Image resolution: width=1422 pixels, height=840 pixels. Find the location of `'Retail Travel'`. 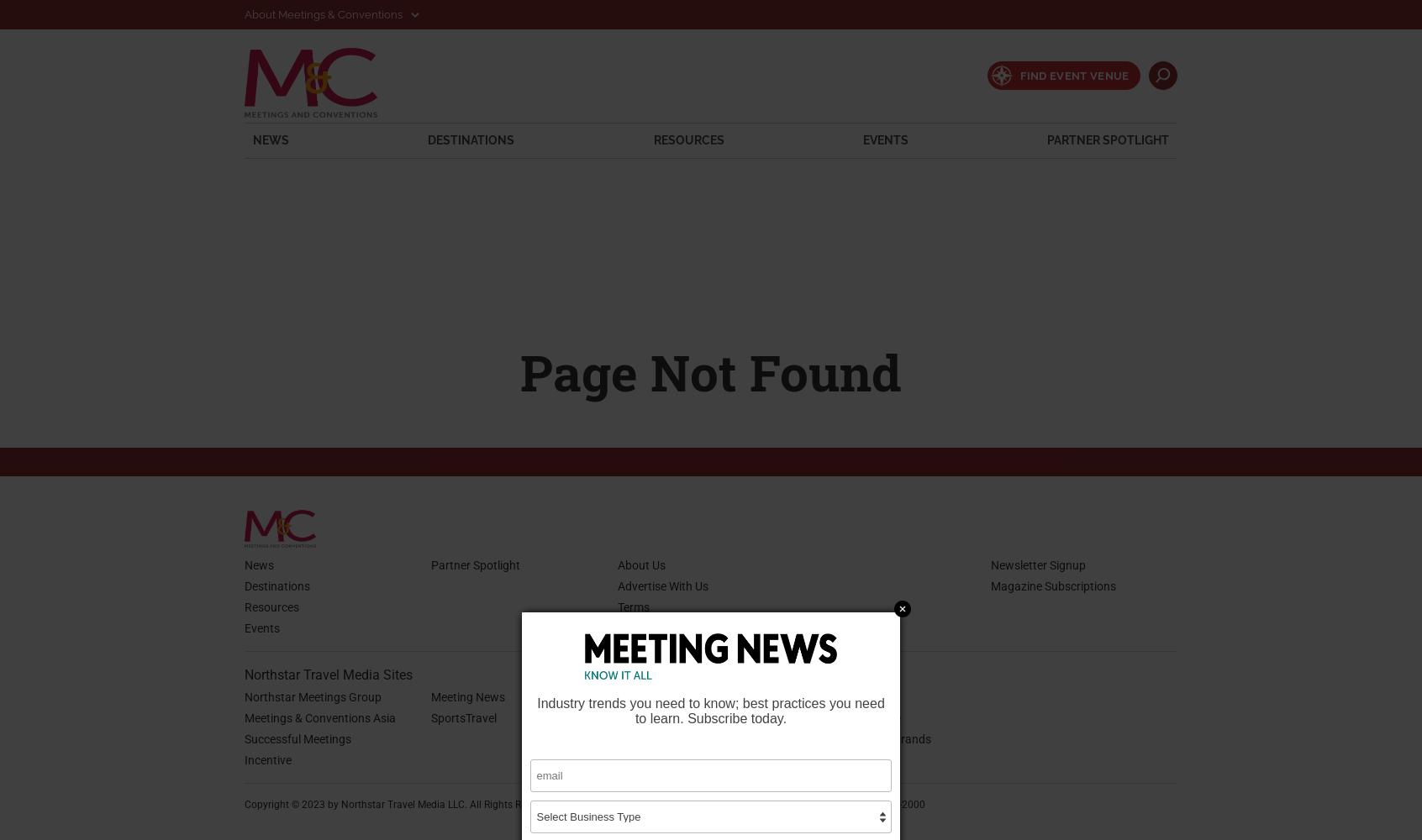

'Retail Travel' is located at coordinates (648, 696).